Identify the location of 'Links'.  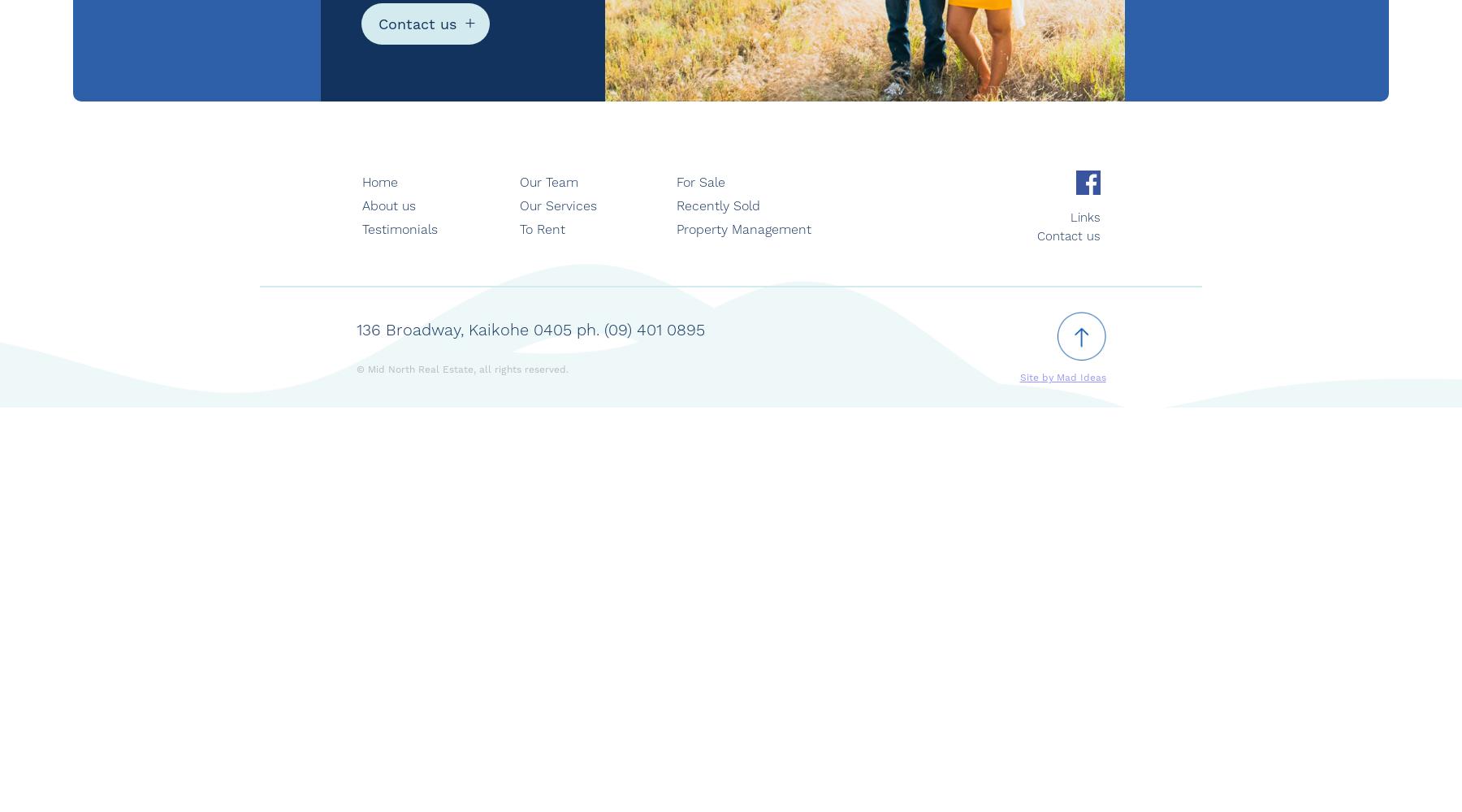
(1084, 218).